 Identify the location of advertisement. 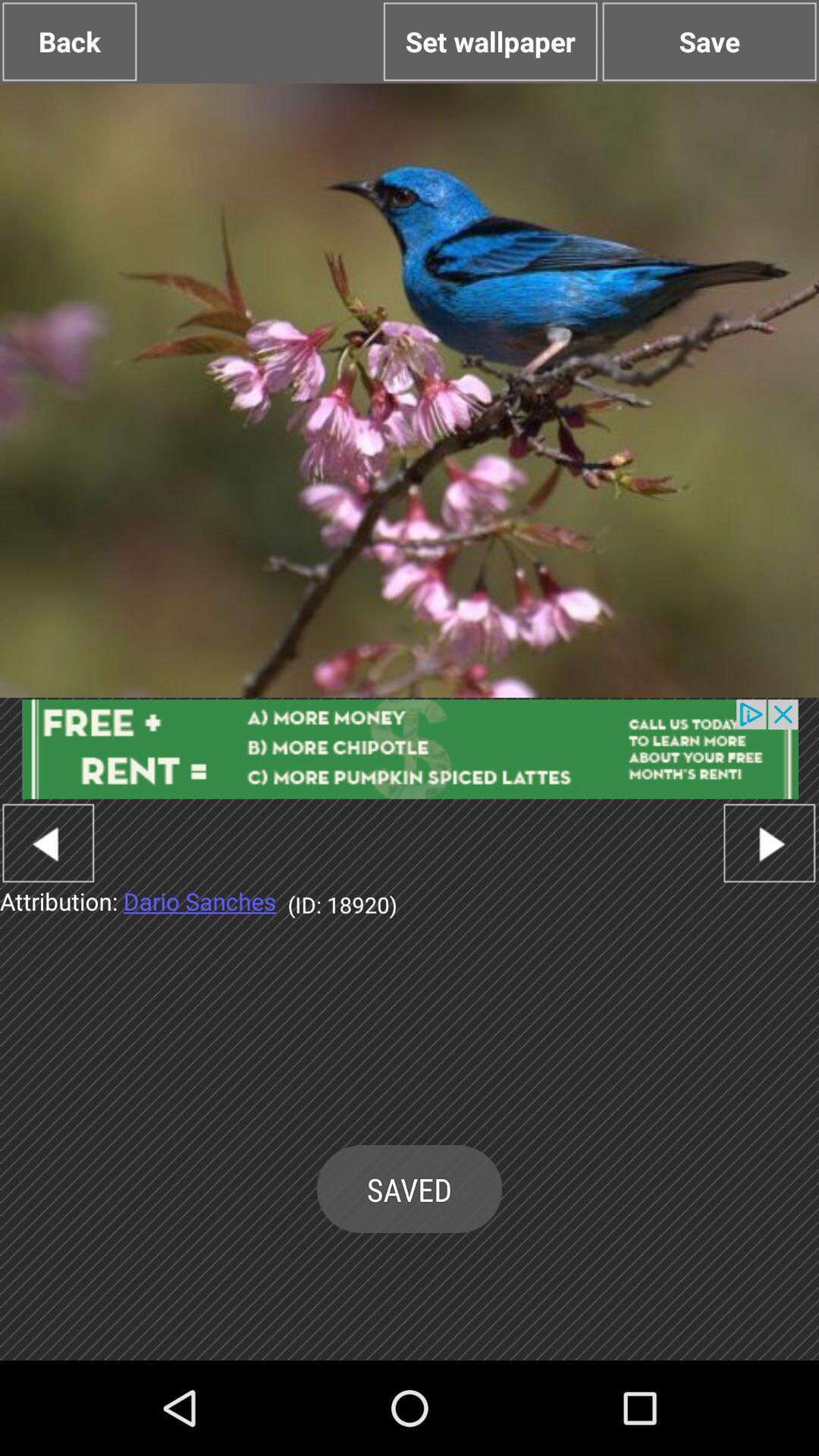
(409, 749).